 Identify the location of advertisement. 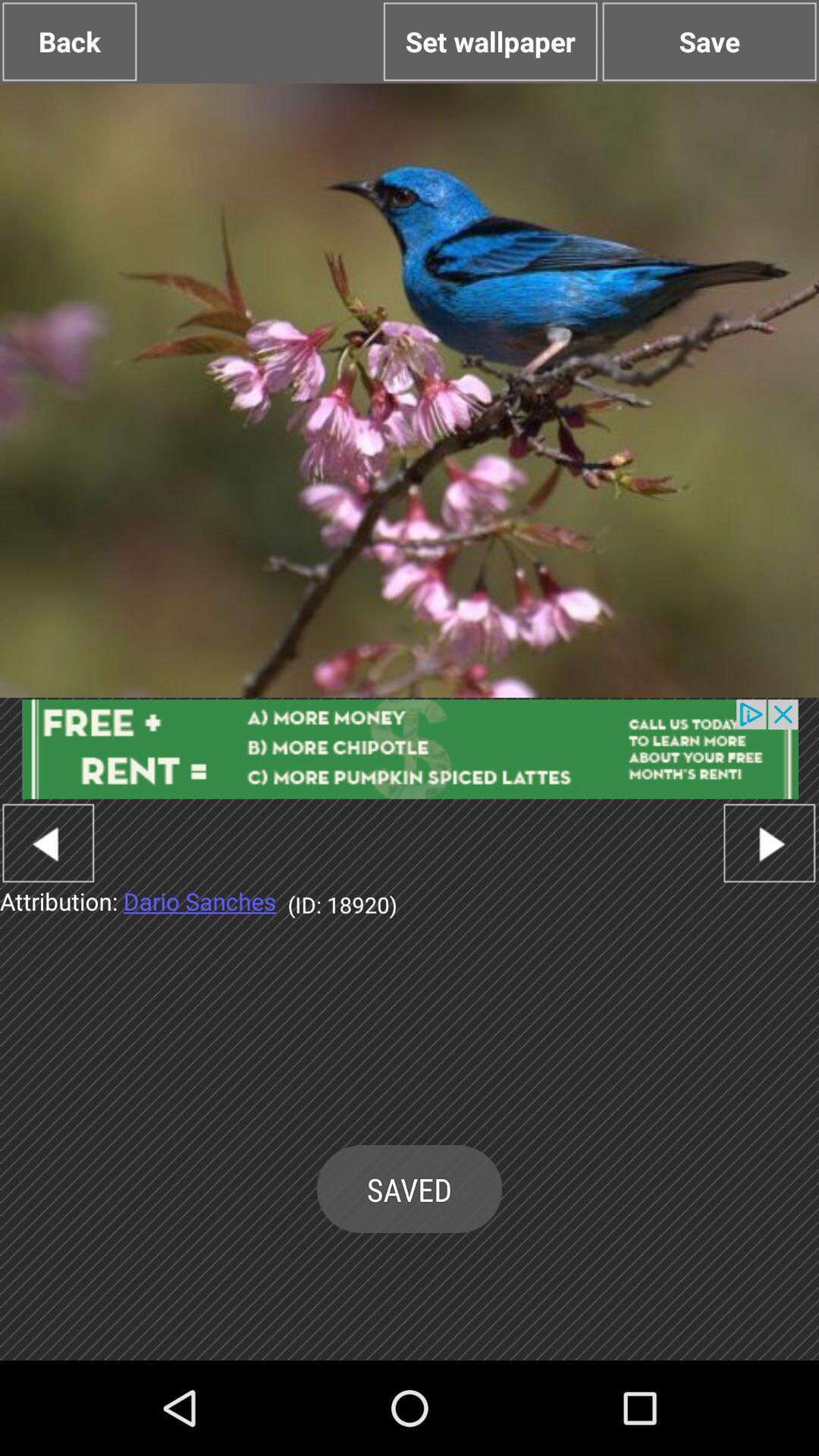
(409, 749).